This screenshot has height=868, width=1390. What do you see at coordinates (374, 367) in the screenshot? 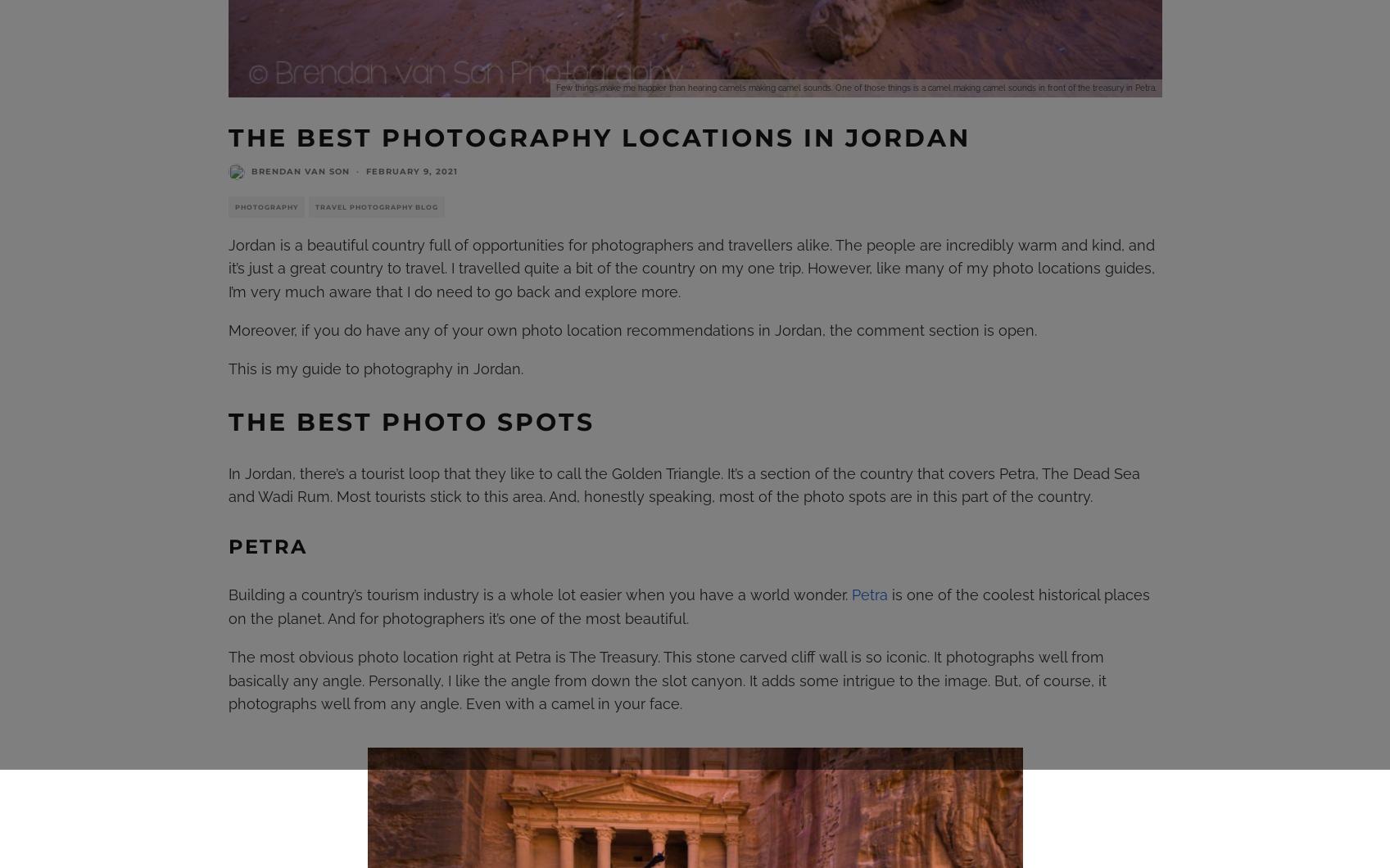
I see `'This is my guide to photography in Jordan.'` at bounding box center [374, 367].